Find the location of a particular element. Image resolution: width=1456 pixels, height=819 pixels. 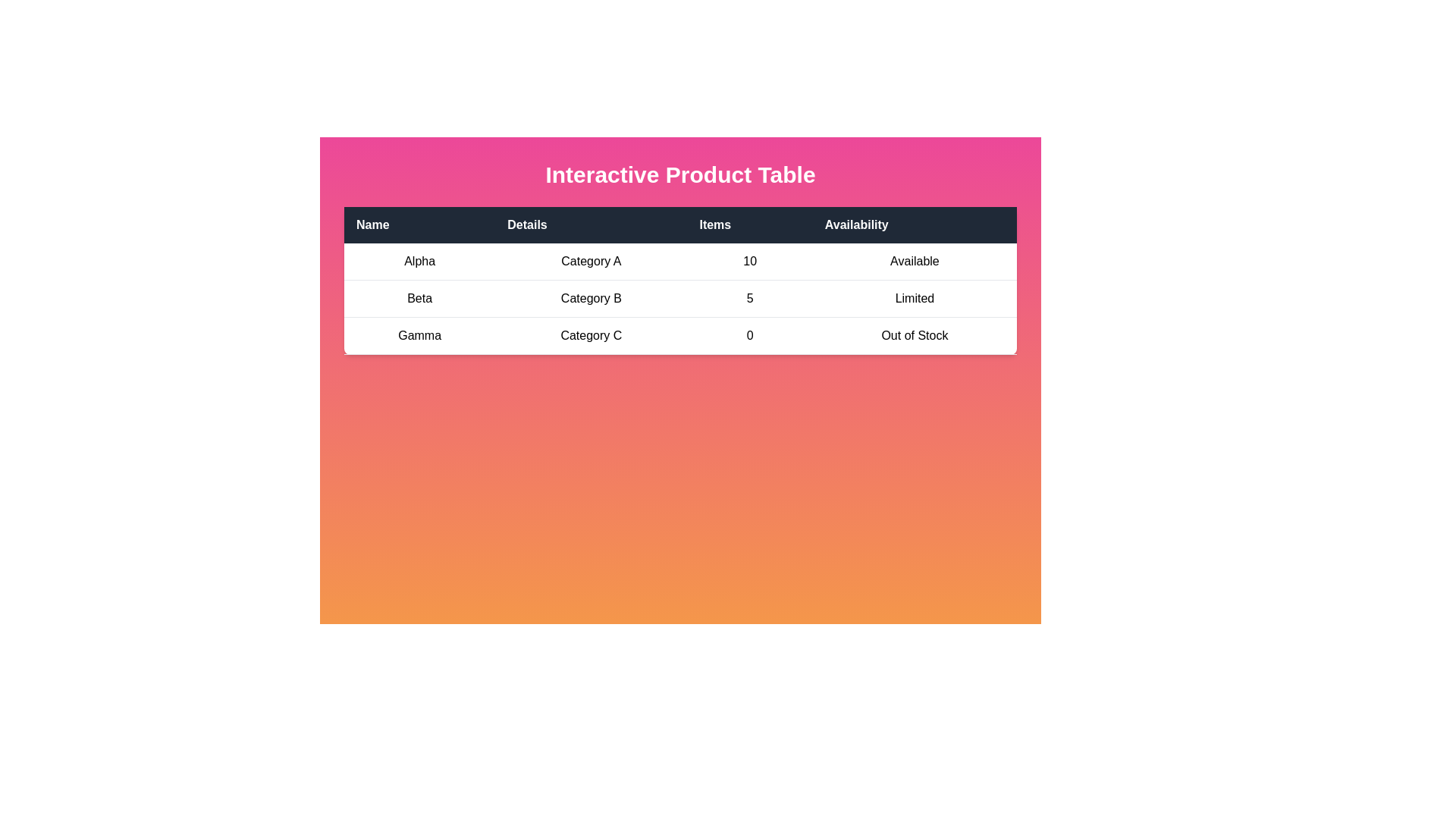

the text label displaying 'Category C' within the third table row of the 'Details' column is located at coordinates (590, 335).